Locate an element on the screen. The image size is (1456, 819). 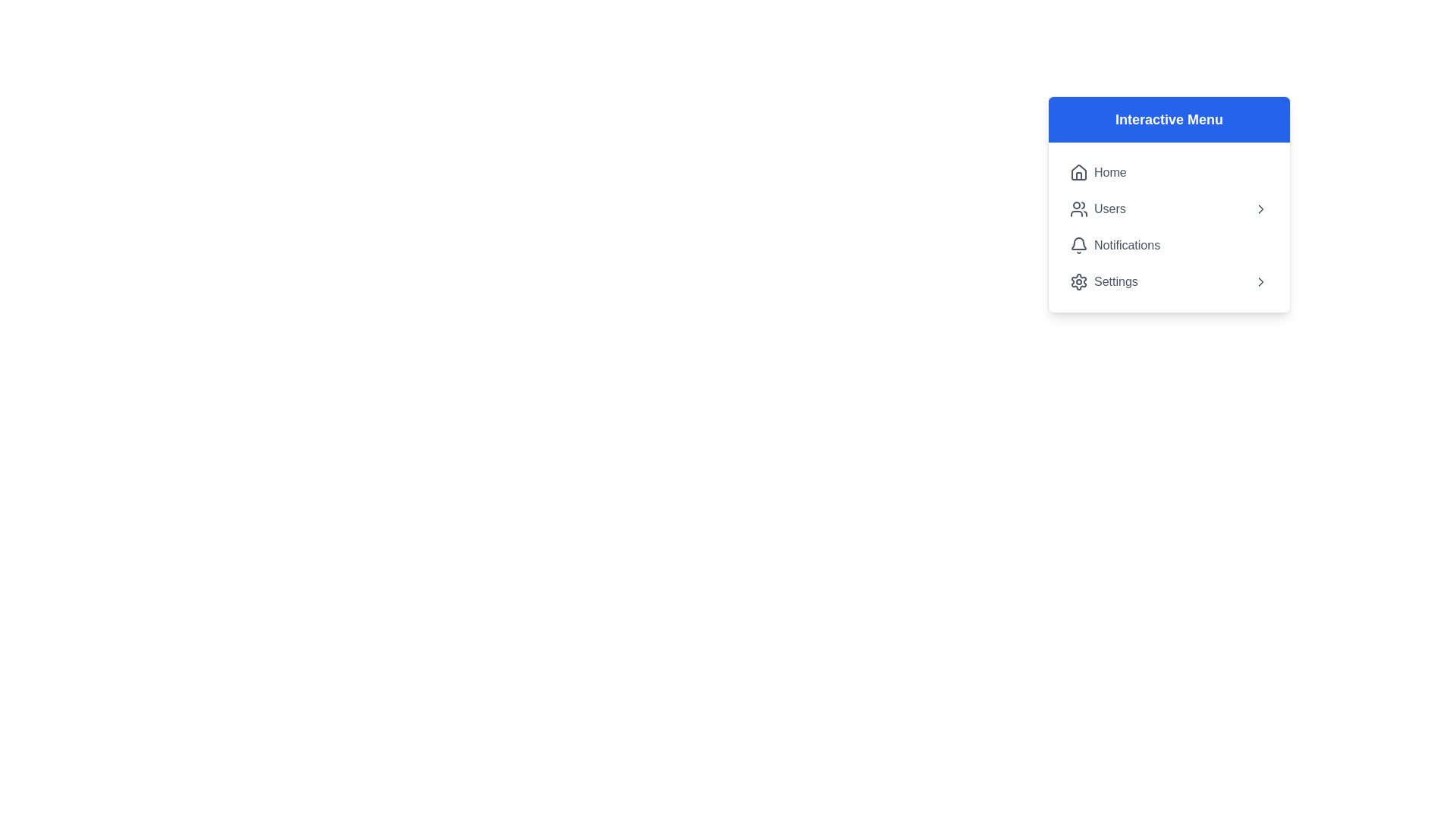
the Home menu option icon in the Interactive Menu interface using keyboard shortcuts is located at coordinates (1078, 171).